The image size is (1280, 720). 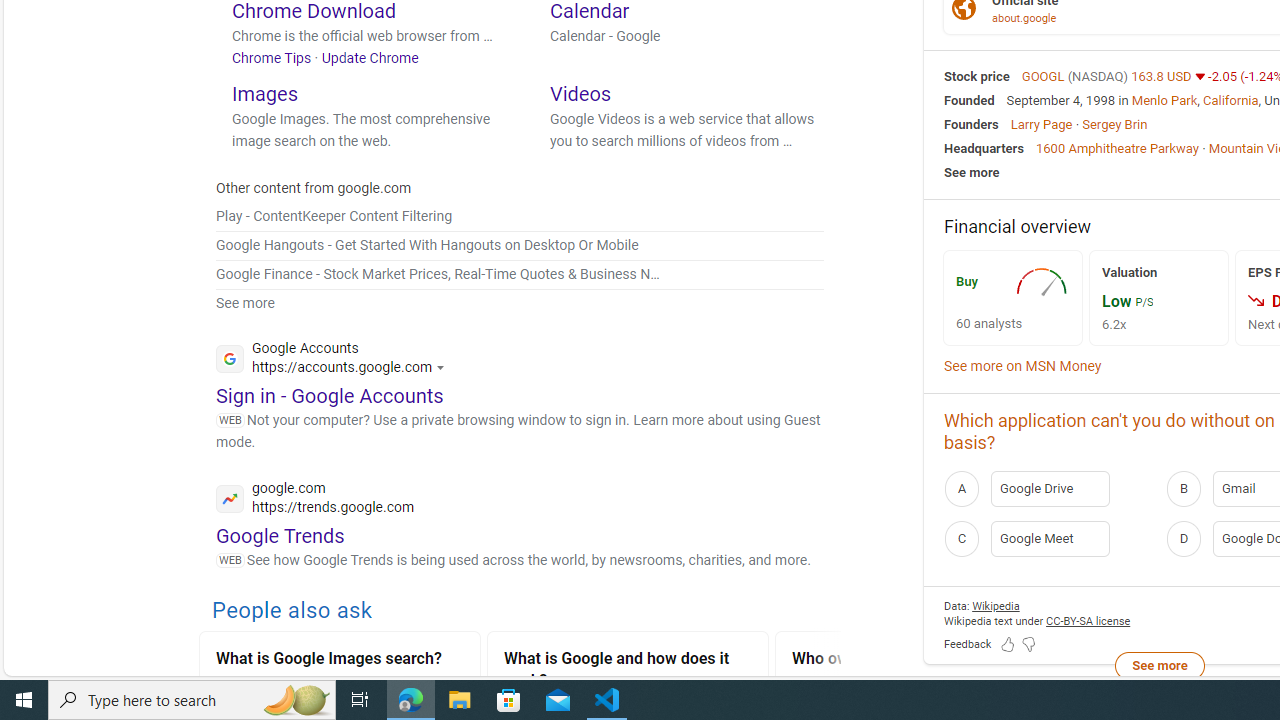 What do you see at coordinates (977, 74) in the screenshot?
I see `'Stock price'` at bounding box center [977, 74].